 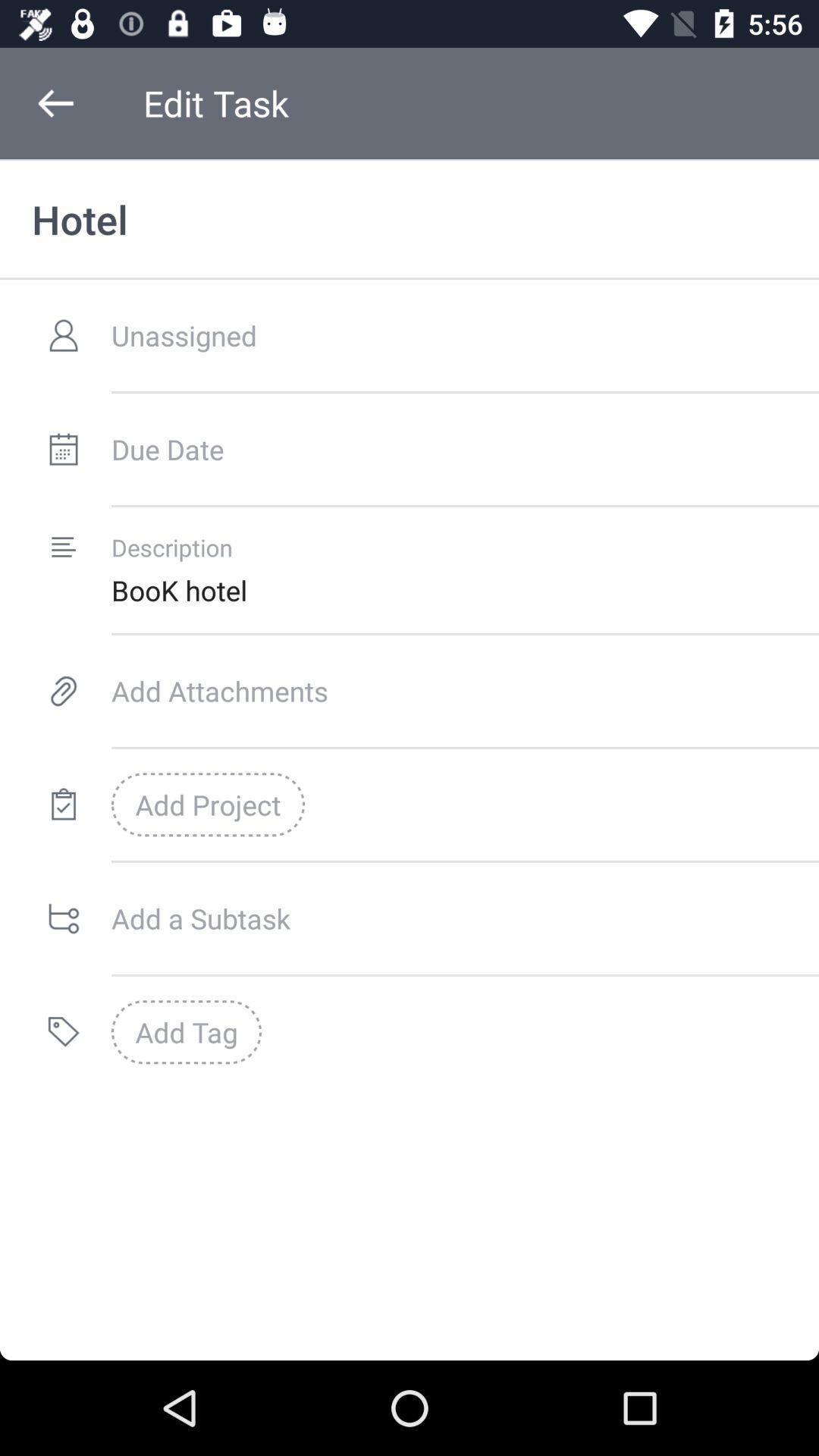 I want to click on the add project, so click(x=208, y=804).